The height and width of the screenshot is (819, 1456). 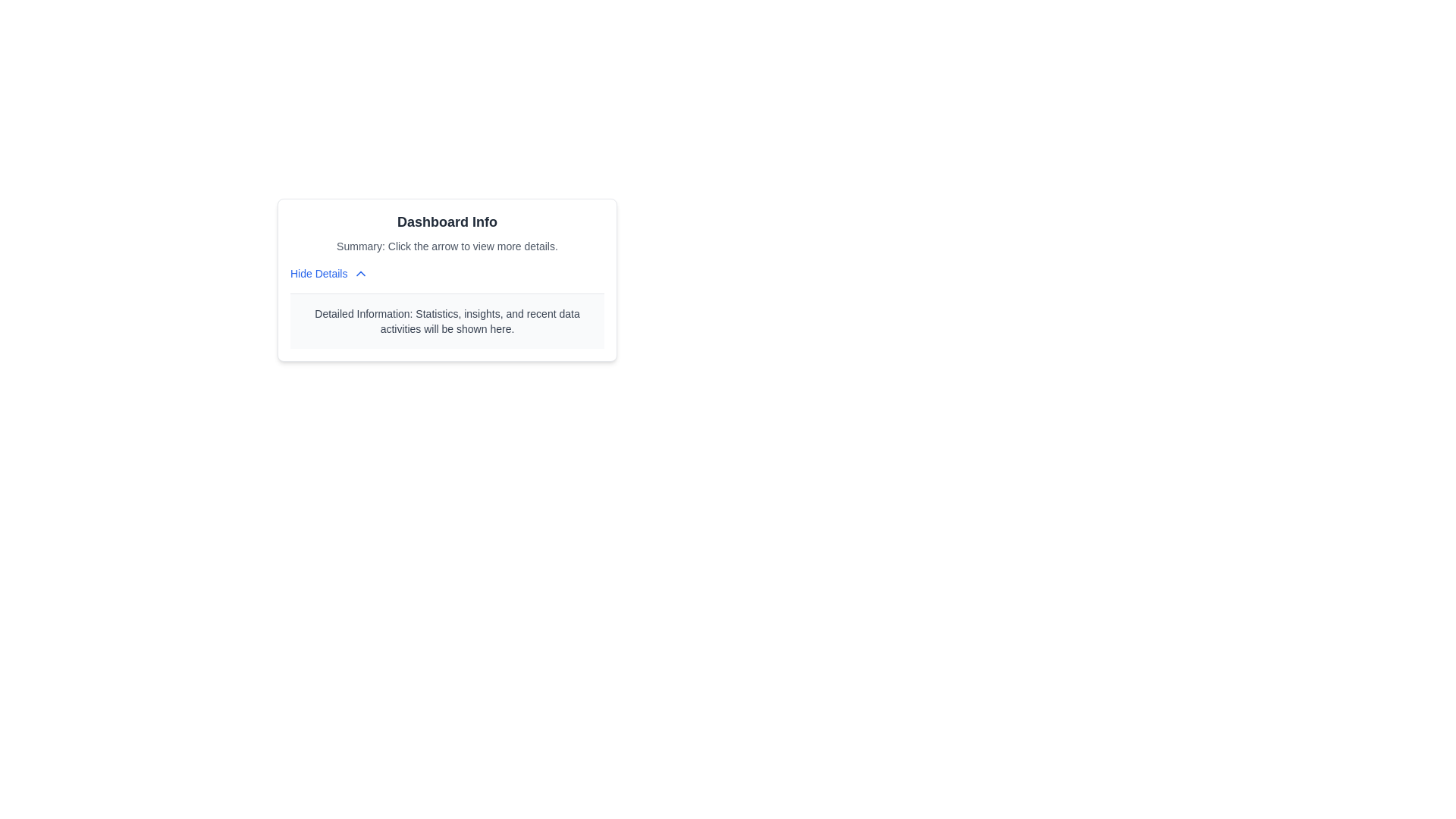 I want to click on the text label or link located to the left of the upward-facing chevron icon, so click(x=318, y=274).